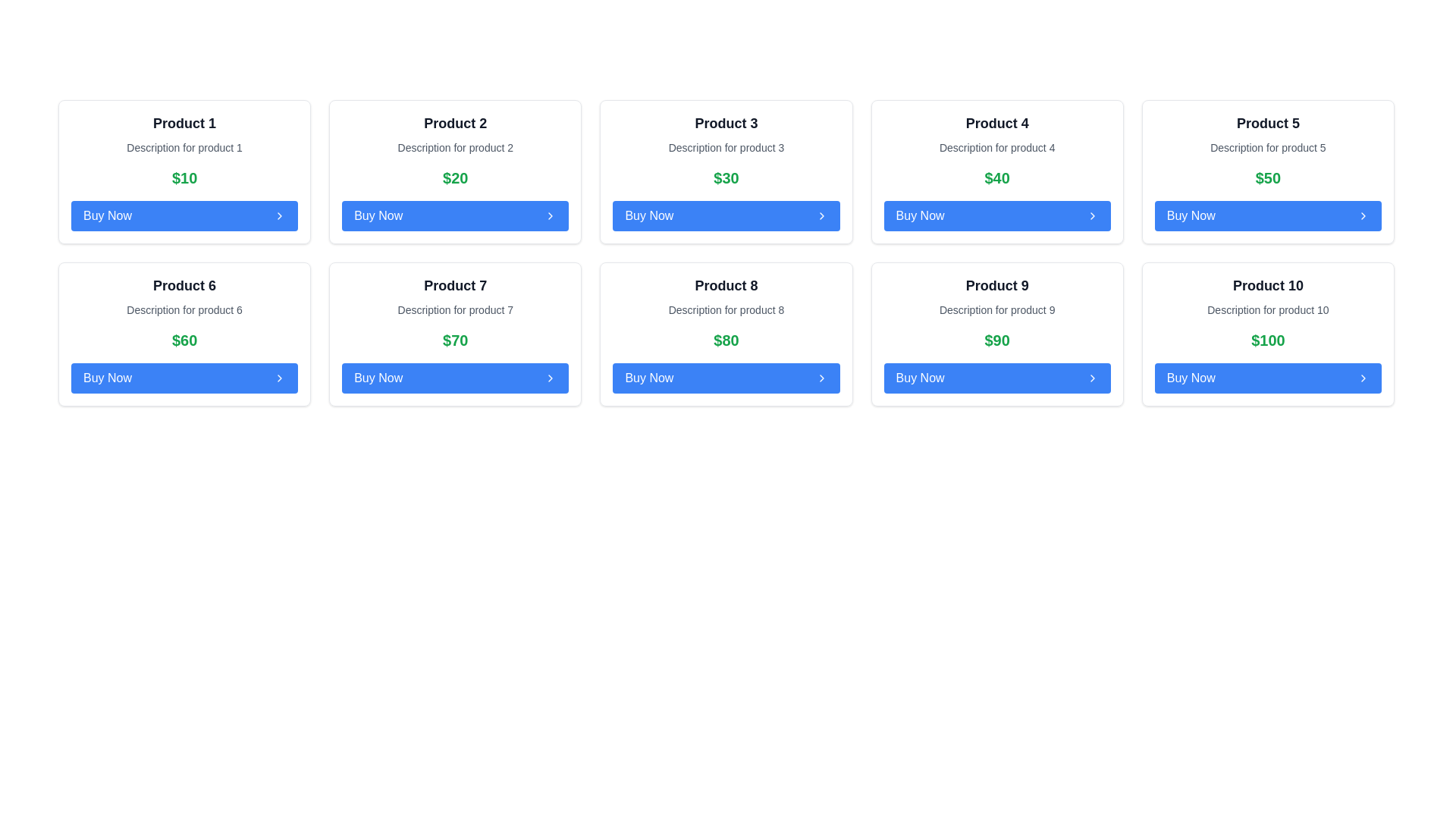  I want to click on the button designed to initiate the purchase process for 'Product 4' to change its appearance, so click(997, 216).